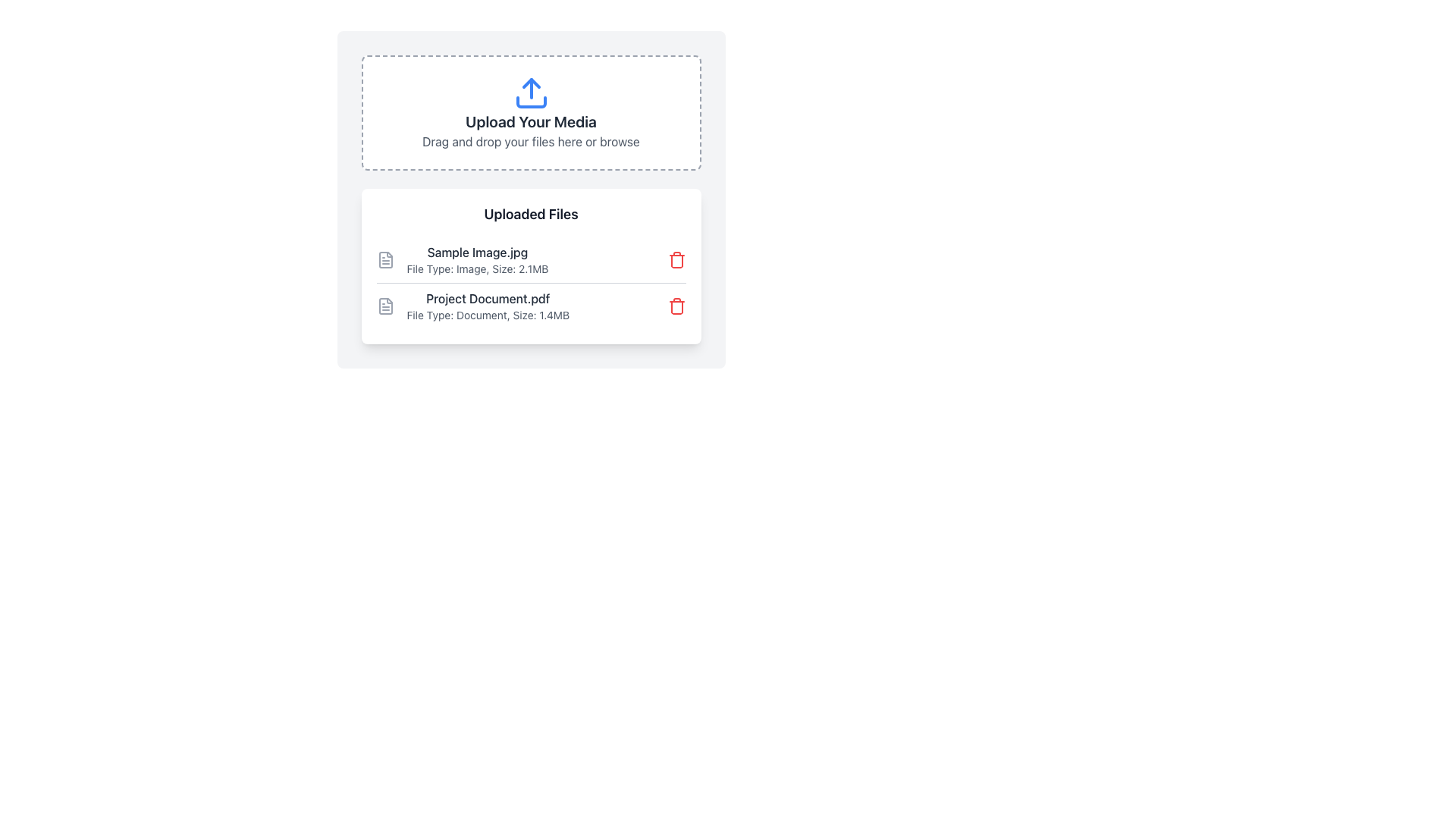 The height and width of the screenshot is (819, 1456). What do you see at coordinates (488, 298) in the screenshot?
I see `the text label displaying 'Project Document.pdf' located in the 'Uploaded Files' section, which is the second file listed` at bounding box center [488, 298].